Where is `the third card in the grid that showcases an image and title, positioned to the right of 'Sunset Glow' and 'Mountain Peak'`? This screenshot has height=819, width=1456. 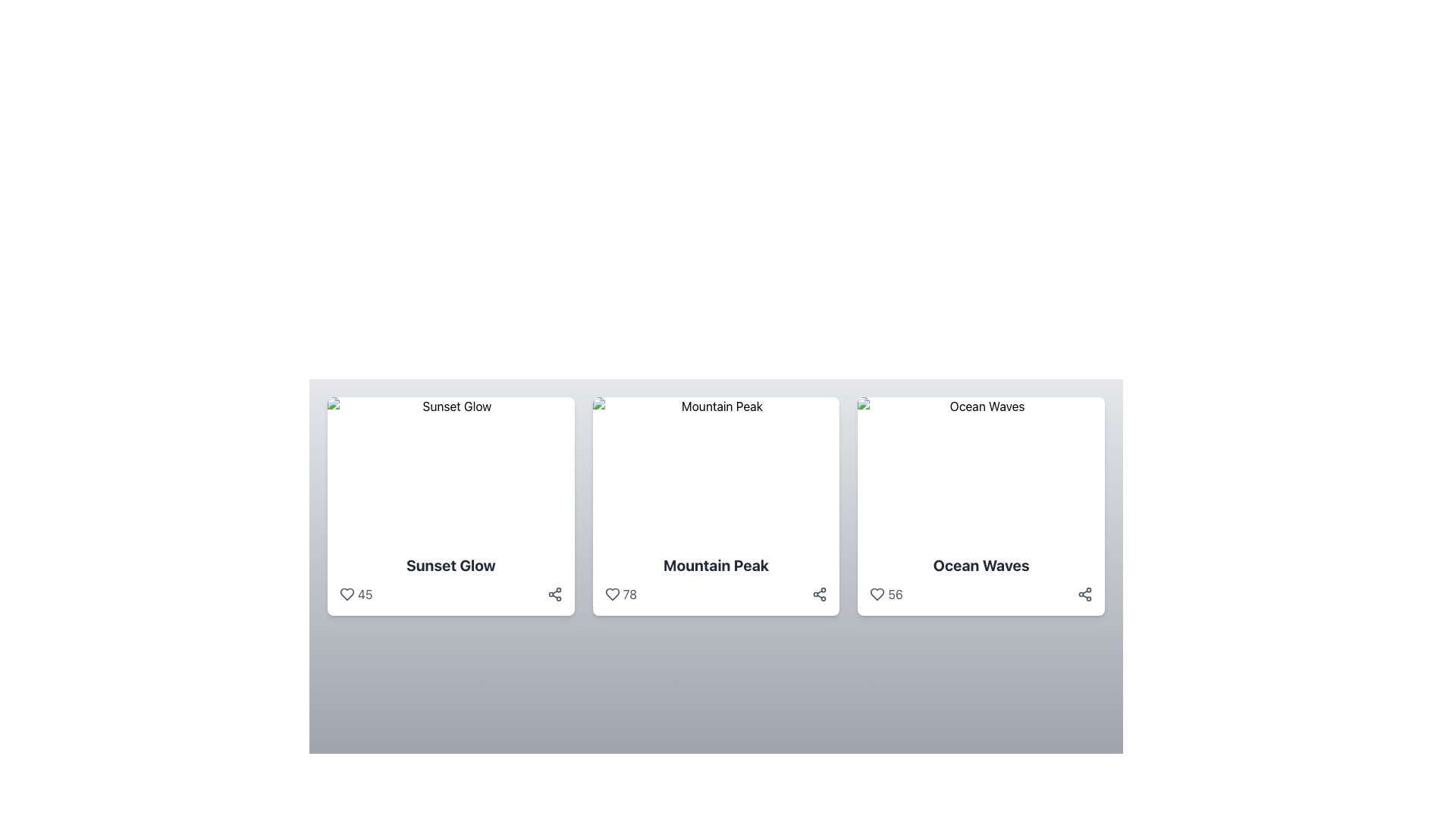 the third card in the grid that showcases an image and title, positioned to the right of 'Sunset Glow' and 'Mountain Peak' is located at coordinates (981, 506).